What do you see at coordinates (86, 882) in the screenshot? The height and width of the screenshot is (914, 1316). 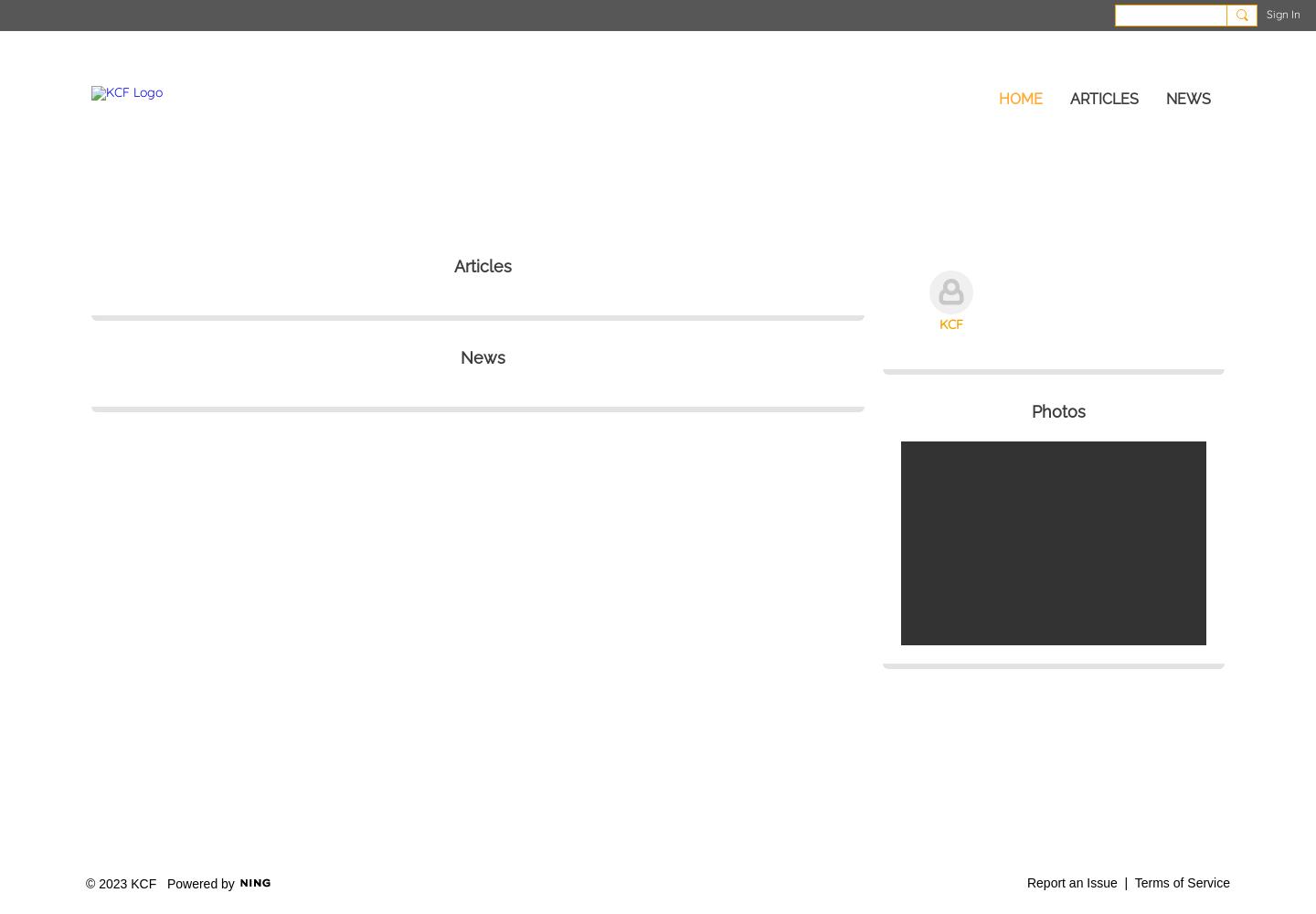 I see `'© 2023 KCF'` at bounding box center [86, 882].